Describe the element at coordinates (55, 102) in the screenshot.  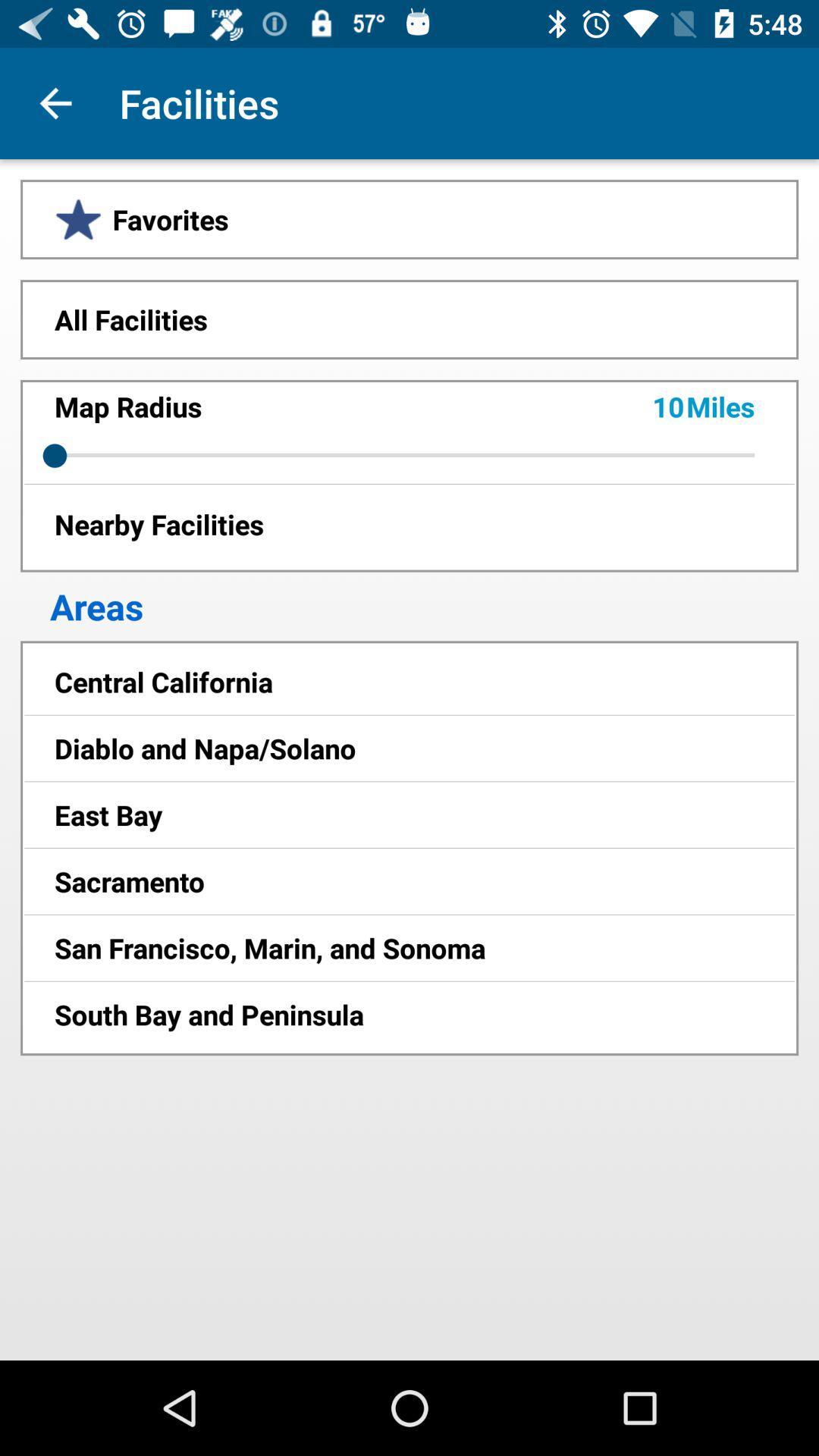
I see `the app next to facilities` at that location.